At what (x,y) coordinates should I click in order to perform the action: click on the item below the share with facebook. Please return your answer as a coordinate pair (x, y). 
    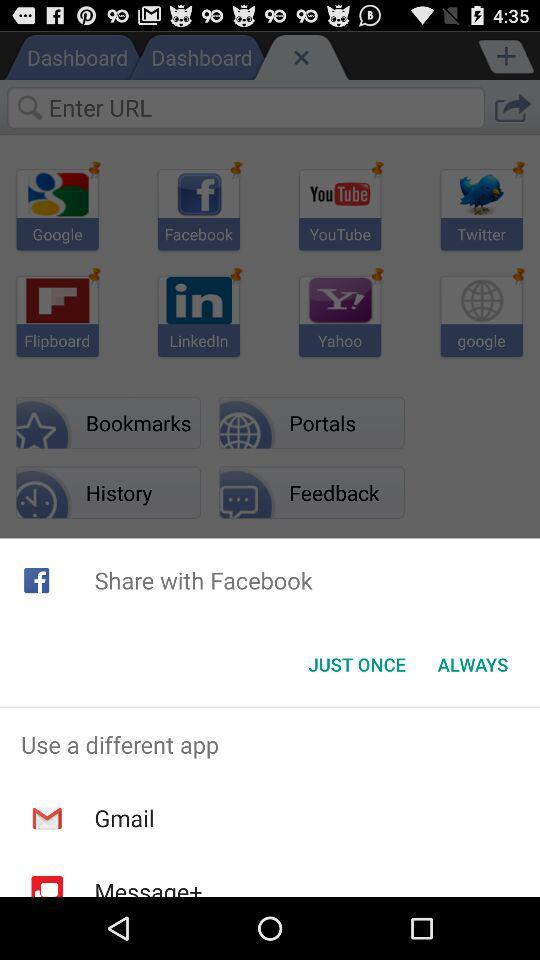
    Looking at the image, I should click on (356, 664).